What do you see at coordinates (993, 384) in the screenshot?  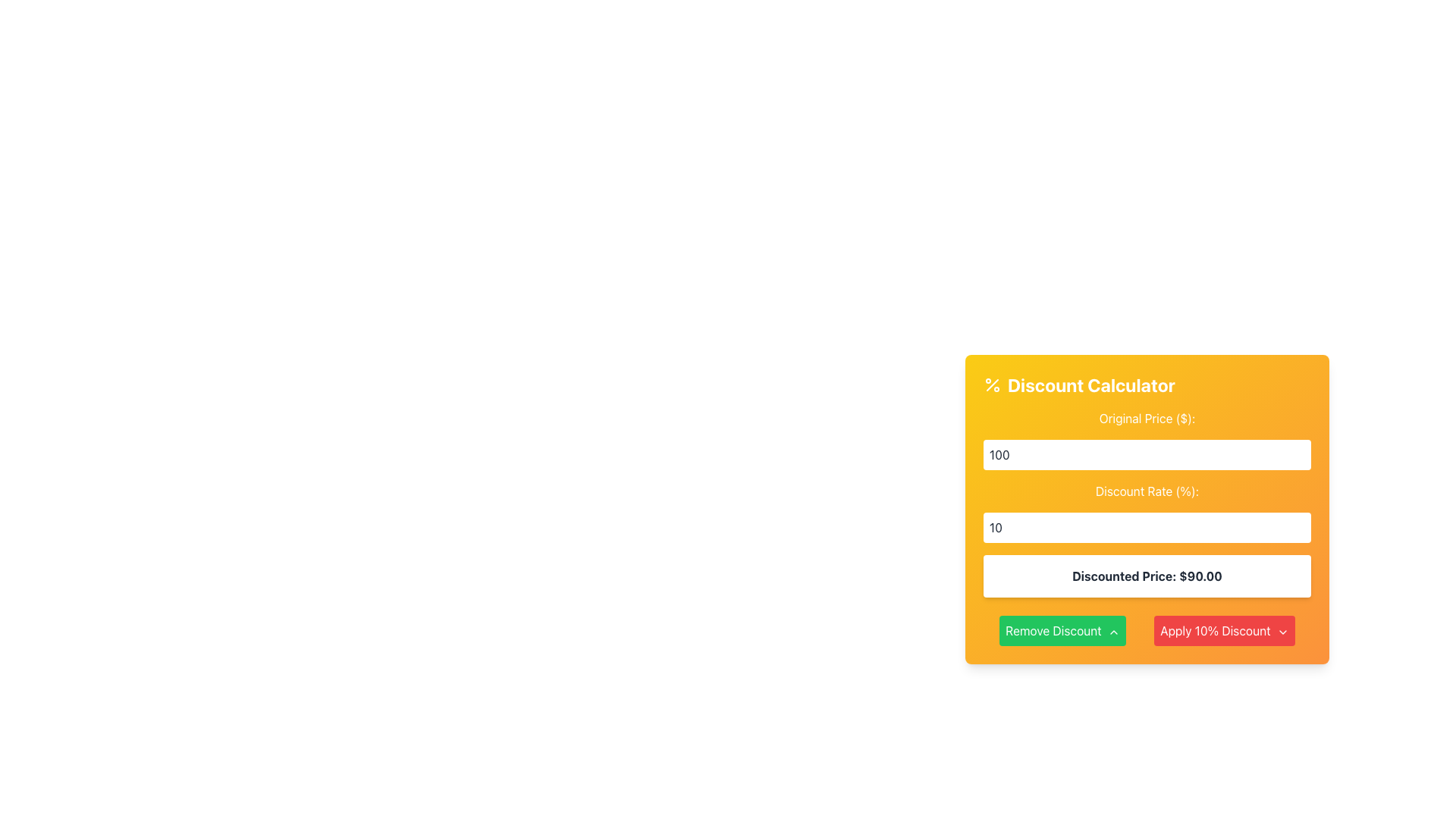 I see `the percentage symbol icon located in the header section of the discount calculator interface, which is positioned to the left of the title text 'Discount Calculator'` at bounding box center [993, 384].